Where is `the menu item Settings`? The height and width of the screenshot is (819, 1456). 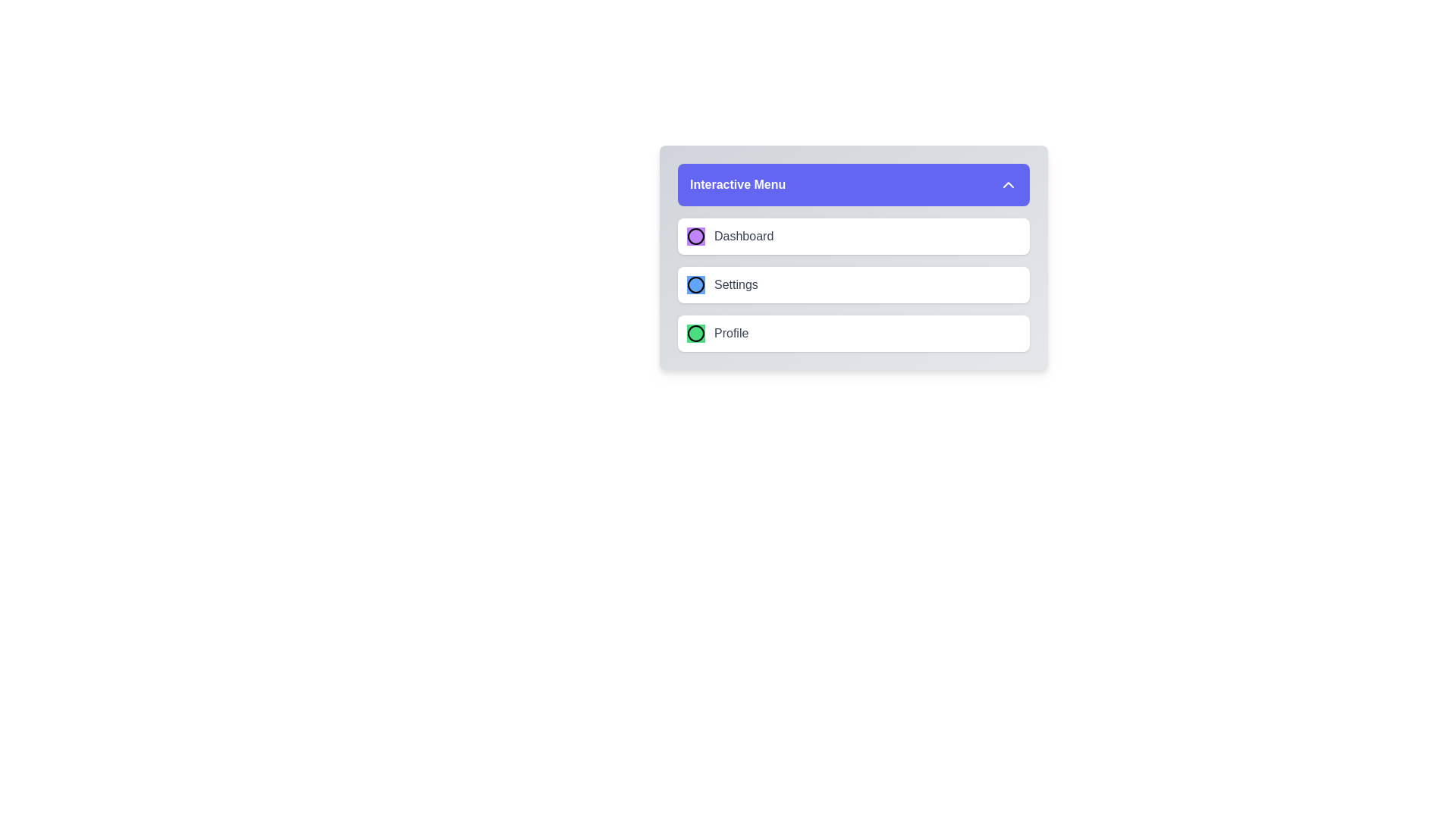
the menu item Settings is located at coordinates (854, 284).